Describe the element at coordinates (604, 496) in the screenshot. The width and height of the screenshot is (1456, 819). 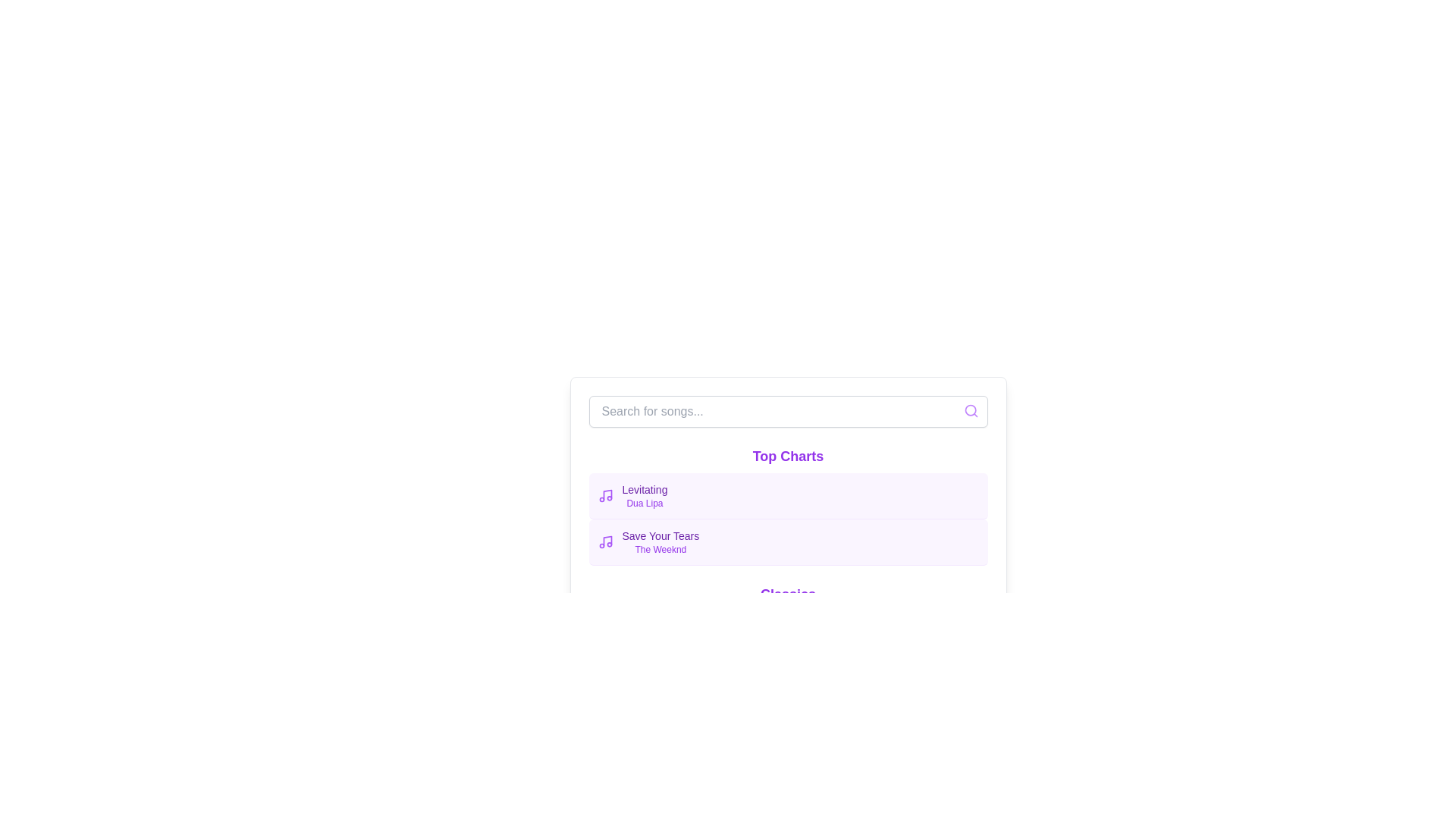
I see `the musical note icon associated with 'Levitating Dua Lipa' in the Top Charts section` at that location.